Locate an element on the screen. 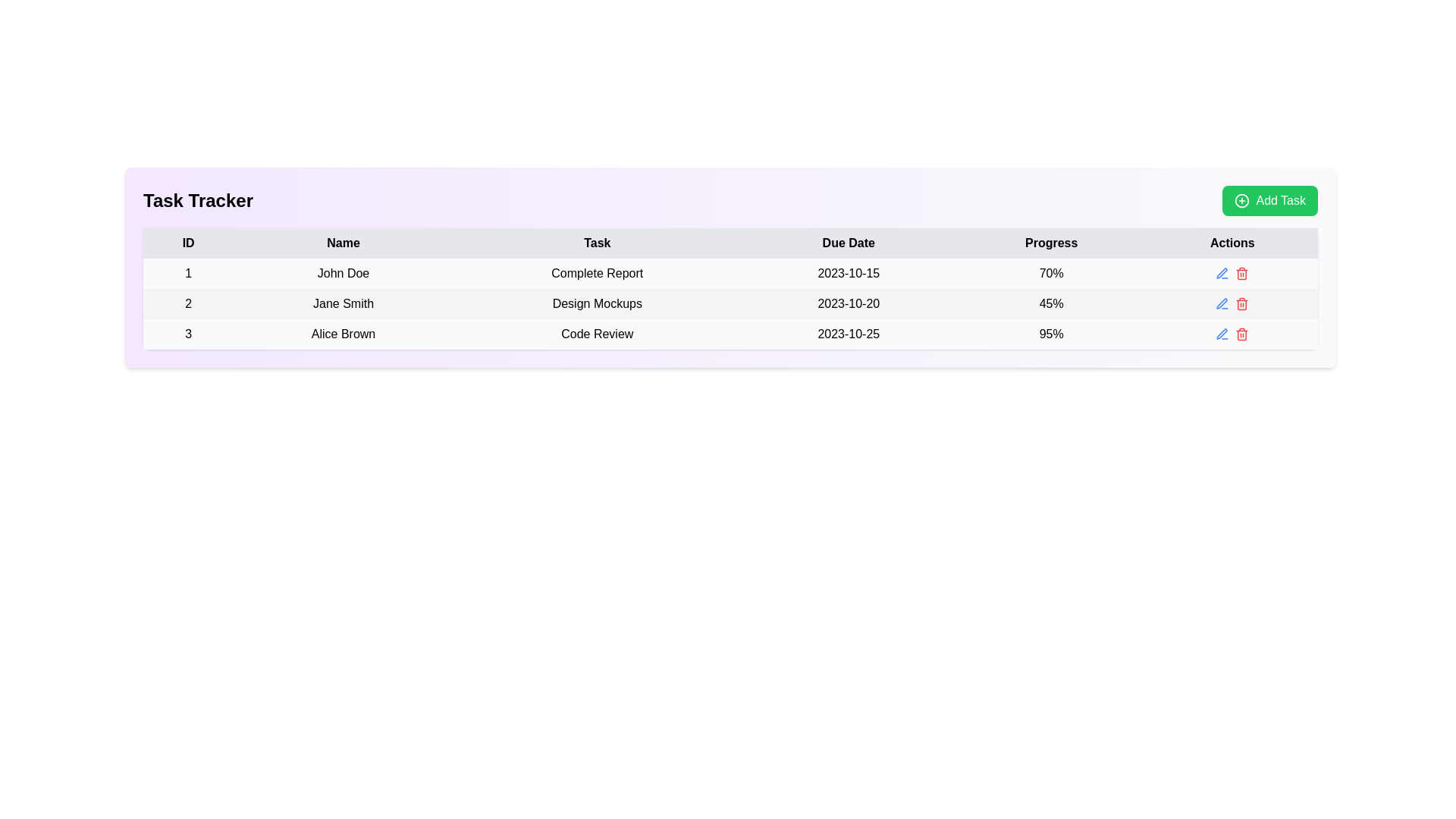 The height and width of the screenshot is (819, 1456). the centered text label displaying 'Due Date' in bold font style, located in the fourth column of the table header, between 'Task' and 'Progress' is located at coordinates (848, 242).